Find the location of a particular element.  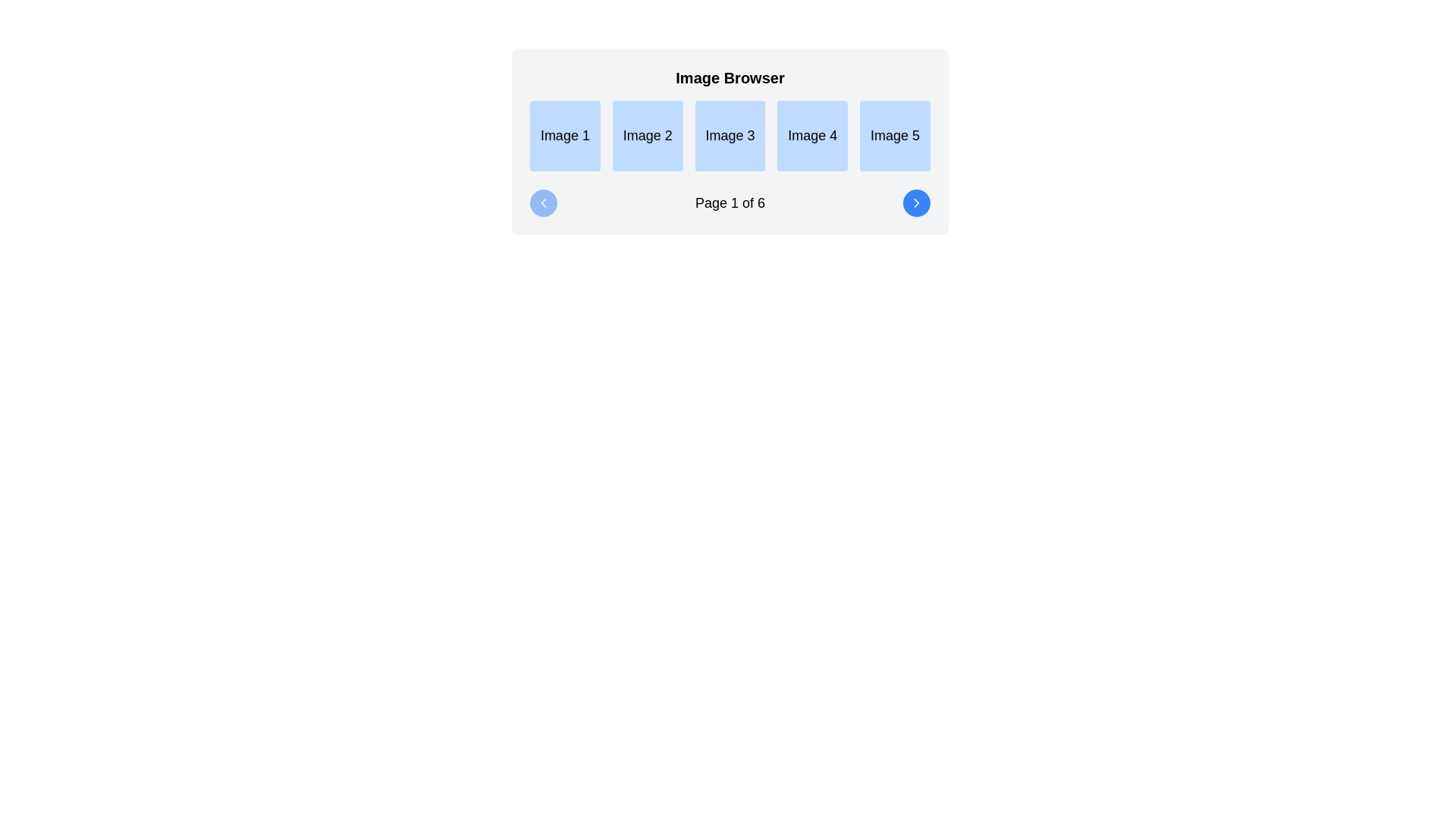

the light blue square item in the grid below the 'Image Browser' header is located at coordinates (730, 134).